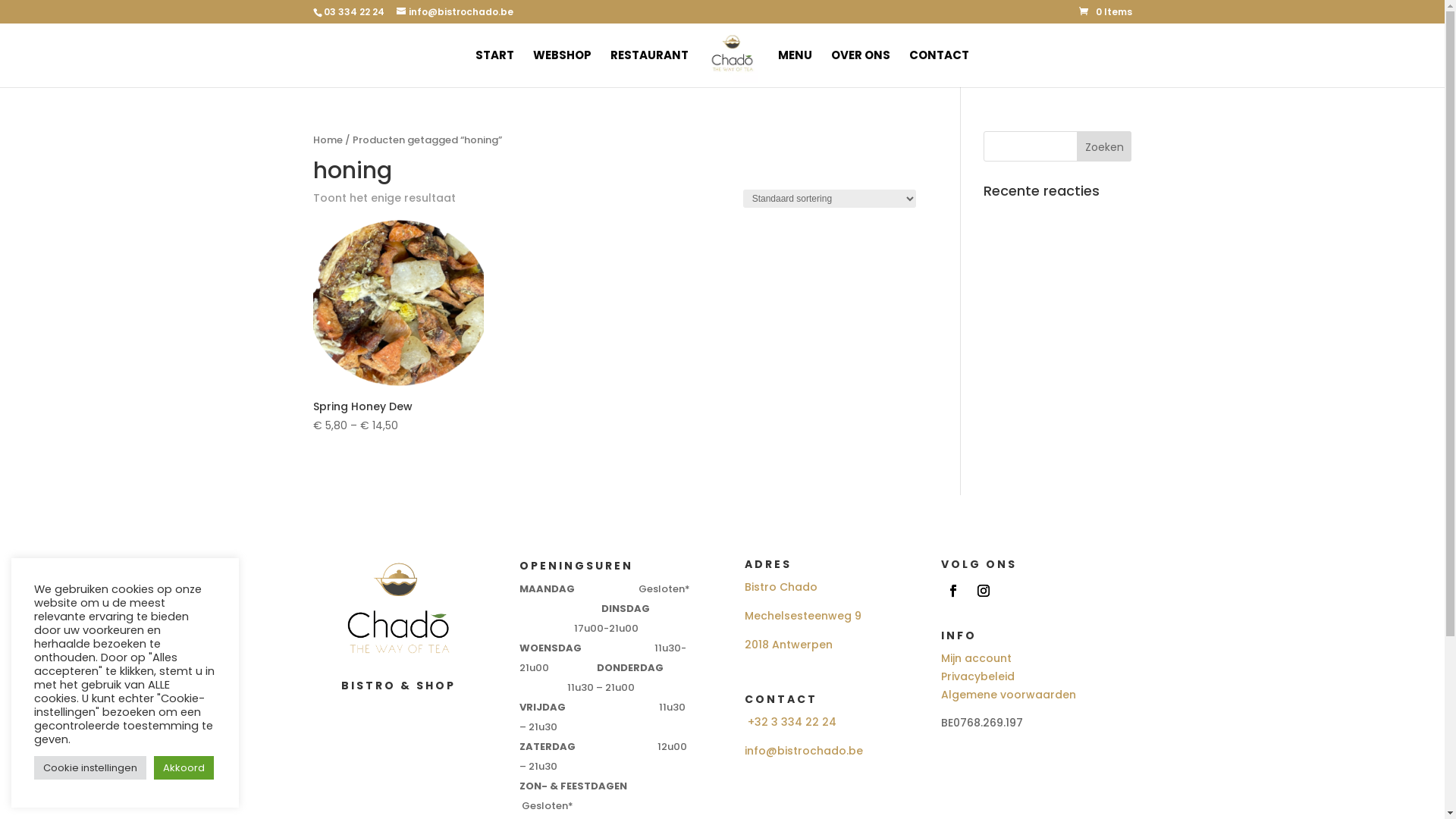 The width and height of the screenshot is (1456, 819). What do you see at coordinates (89, 767) in the screenshot?
I see `'Cookie instellingen'` at bounding box center [89, 767].